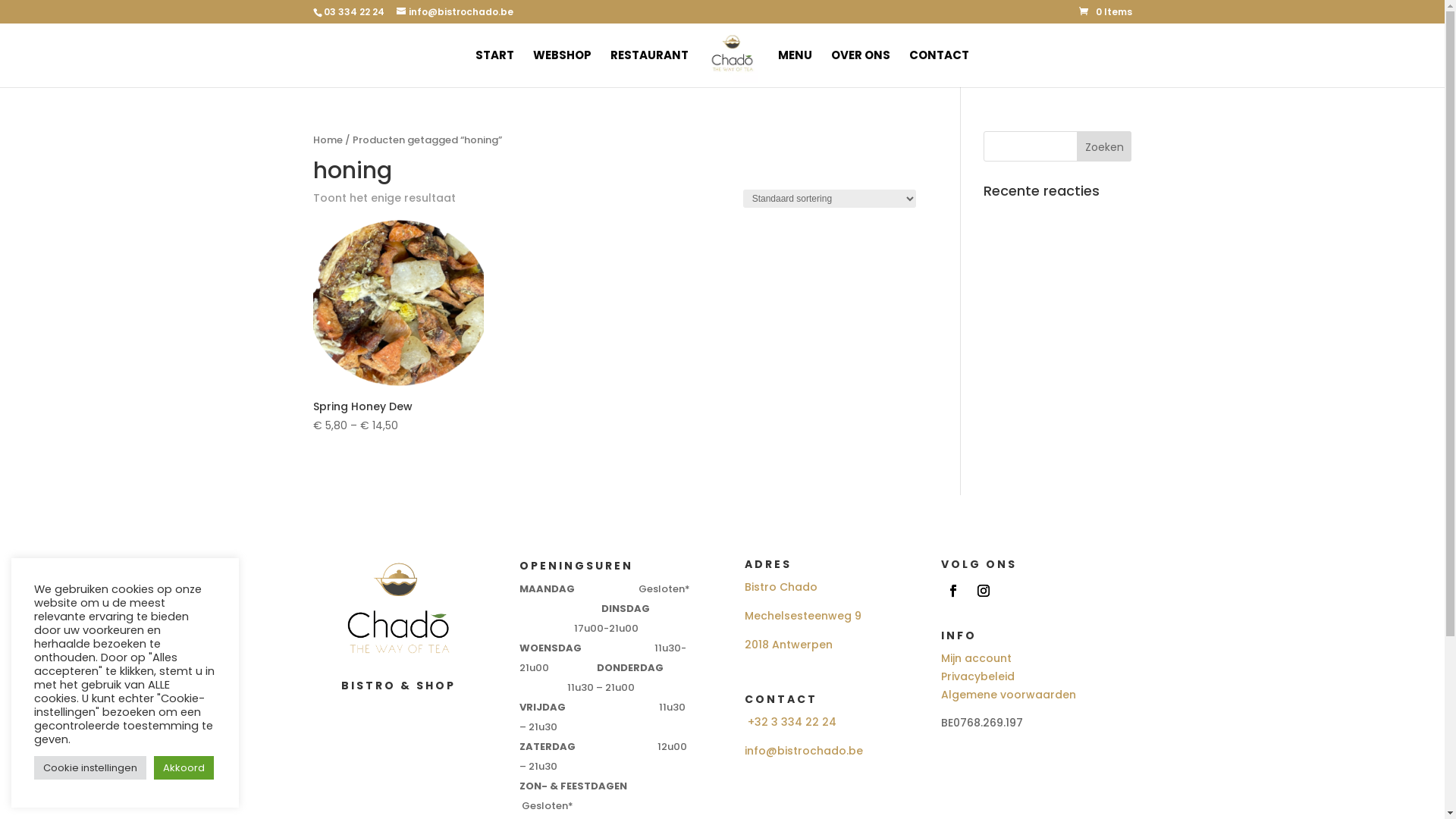 The width and height of the screenshot is (1456, 819). What do you see at coordinates (89, 767) in the screenshot?
I see `'Cookie instellingen'` at bounding box center [89, 767].